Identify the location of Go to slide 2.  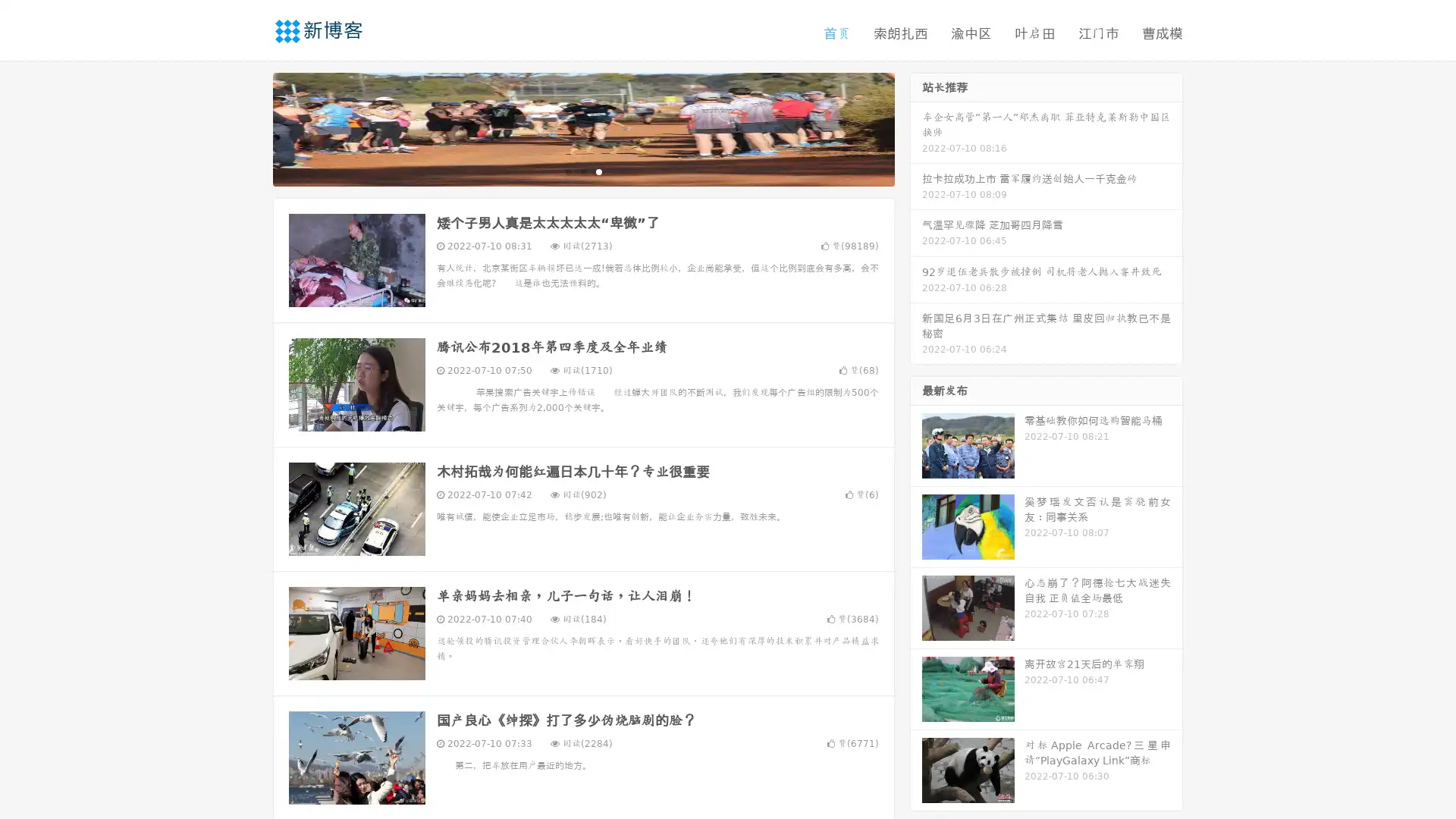
(582, 171).